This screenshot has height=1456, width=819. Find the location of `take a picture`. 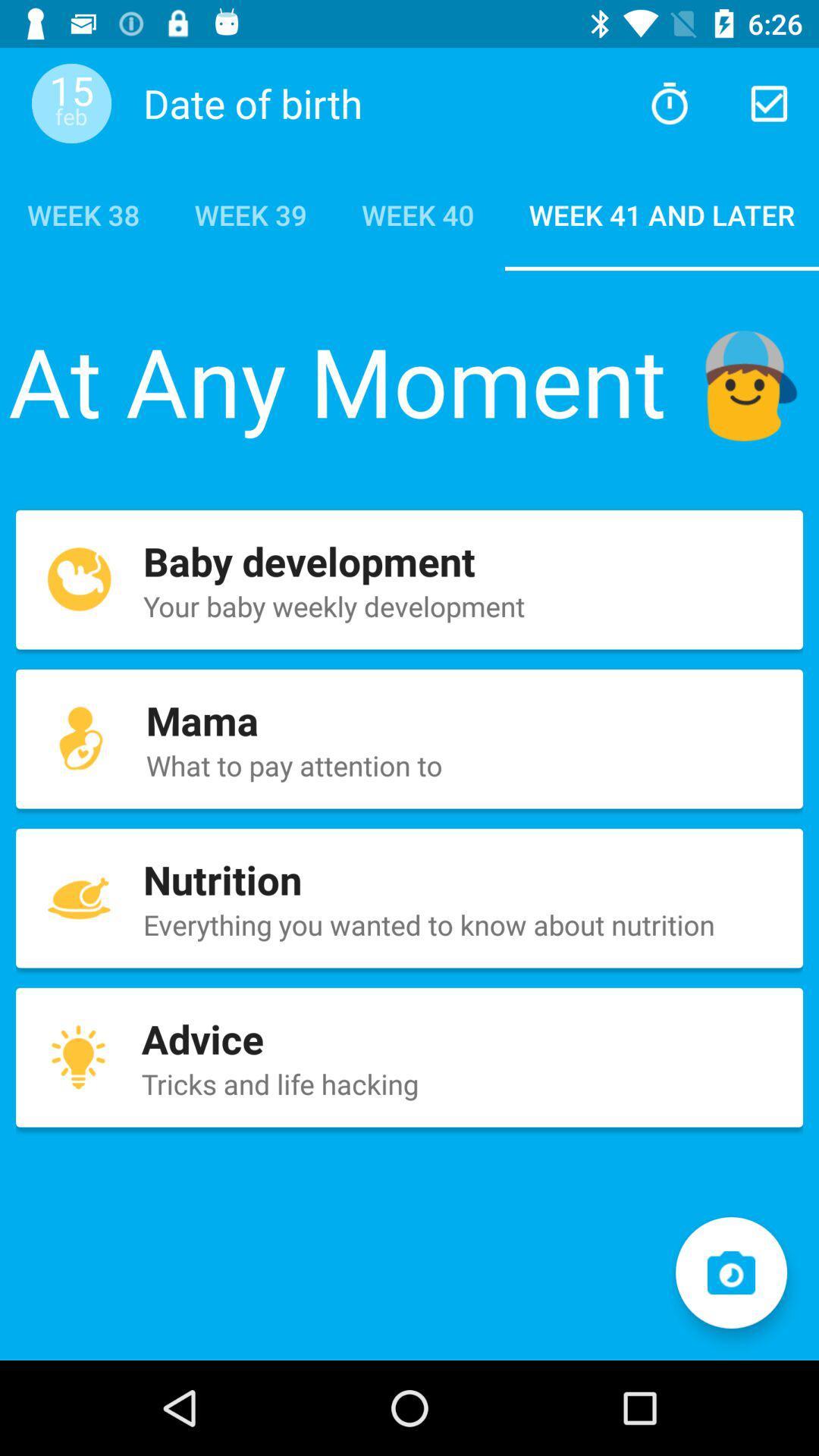

take a picture is located at coordinates (730, 1272).